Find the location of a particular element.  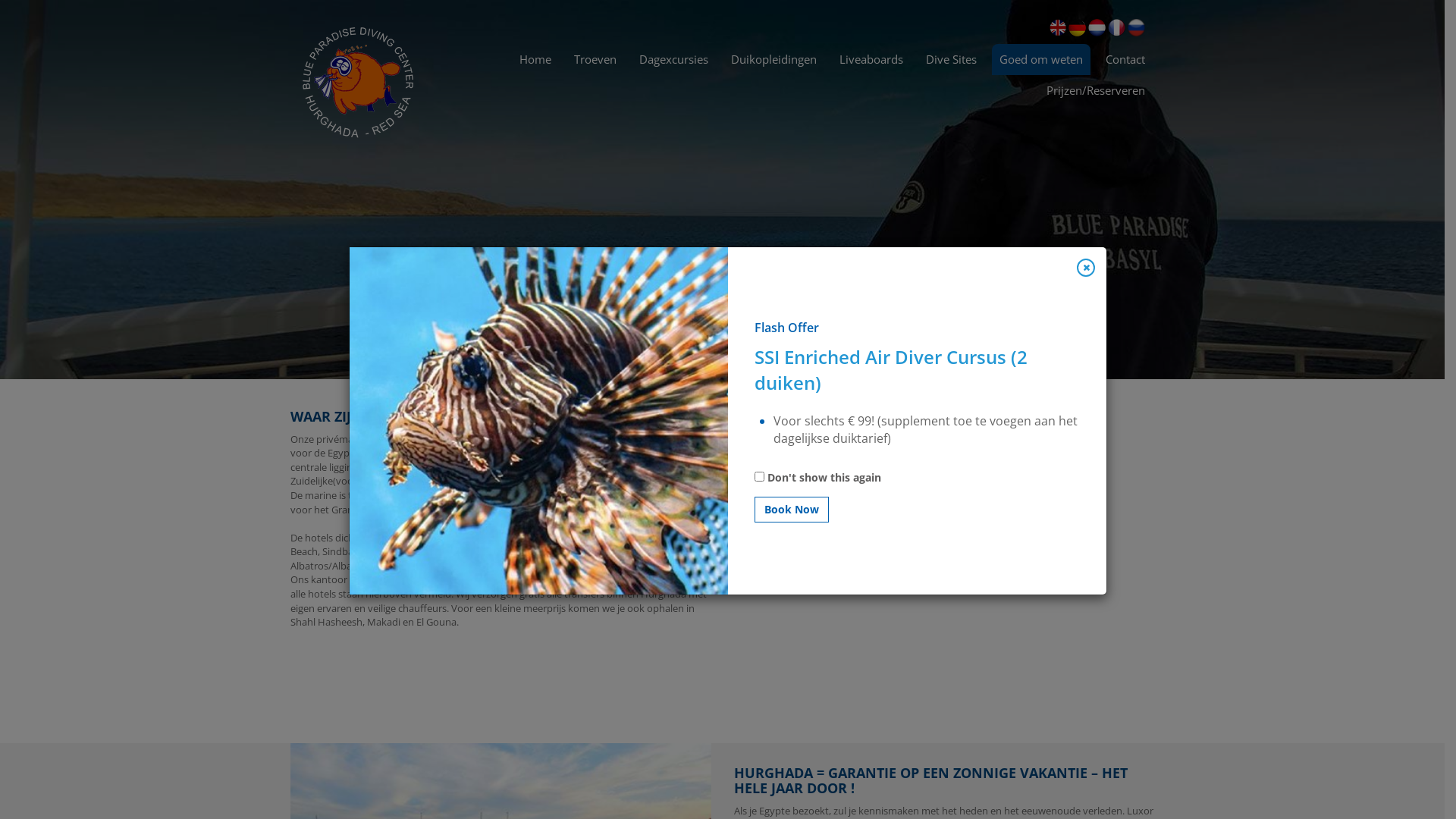

'Book Now' is located at coordinates (790, 509).